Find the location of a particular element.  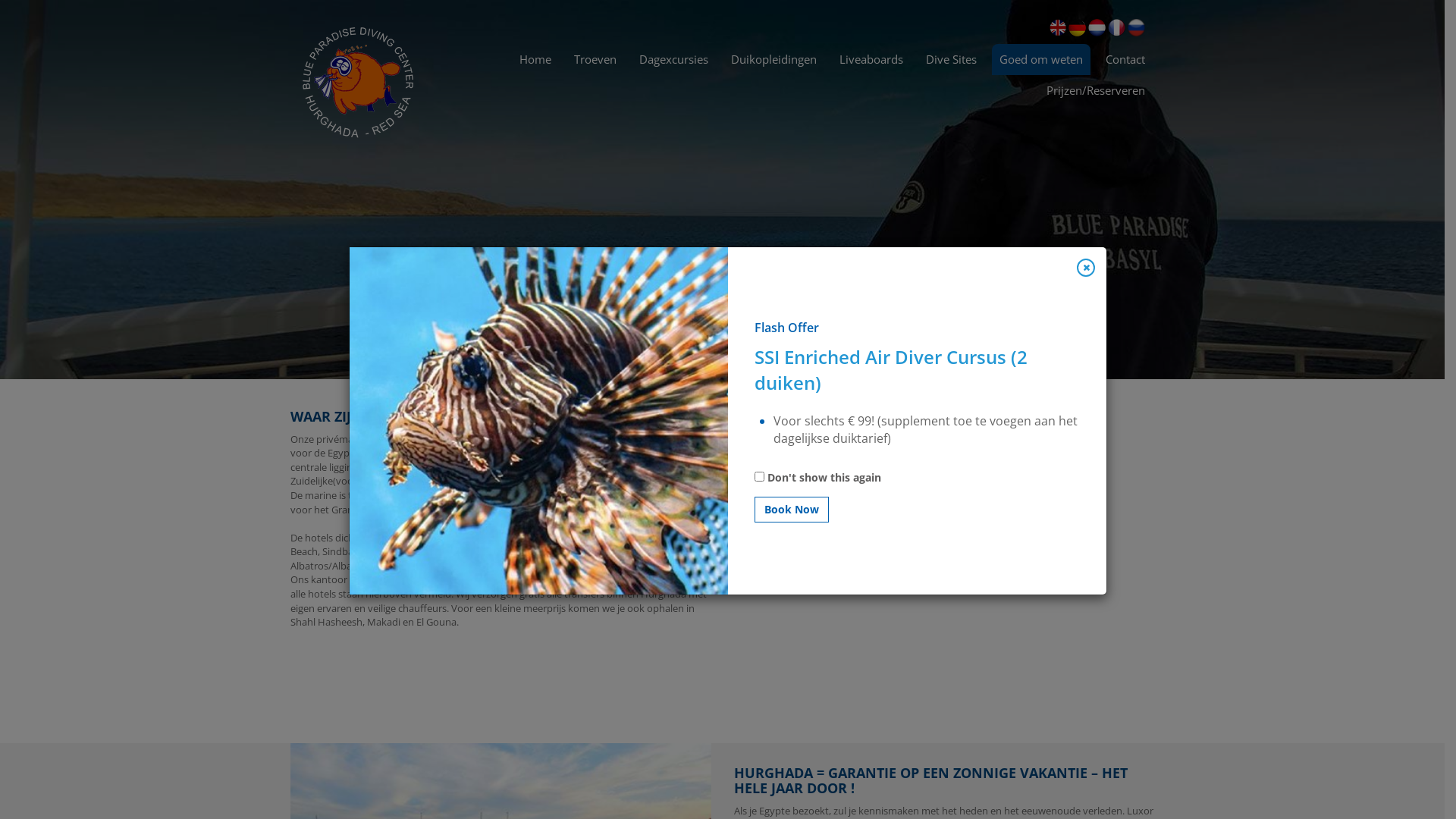

'Book Now' is located at coordinates (790, 509).